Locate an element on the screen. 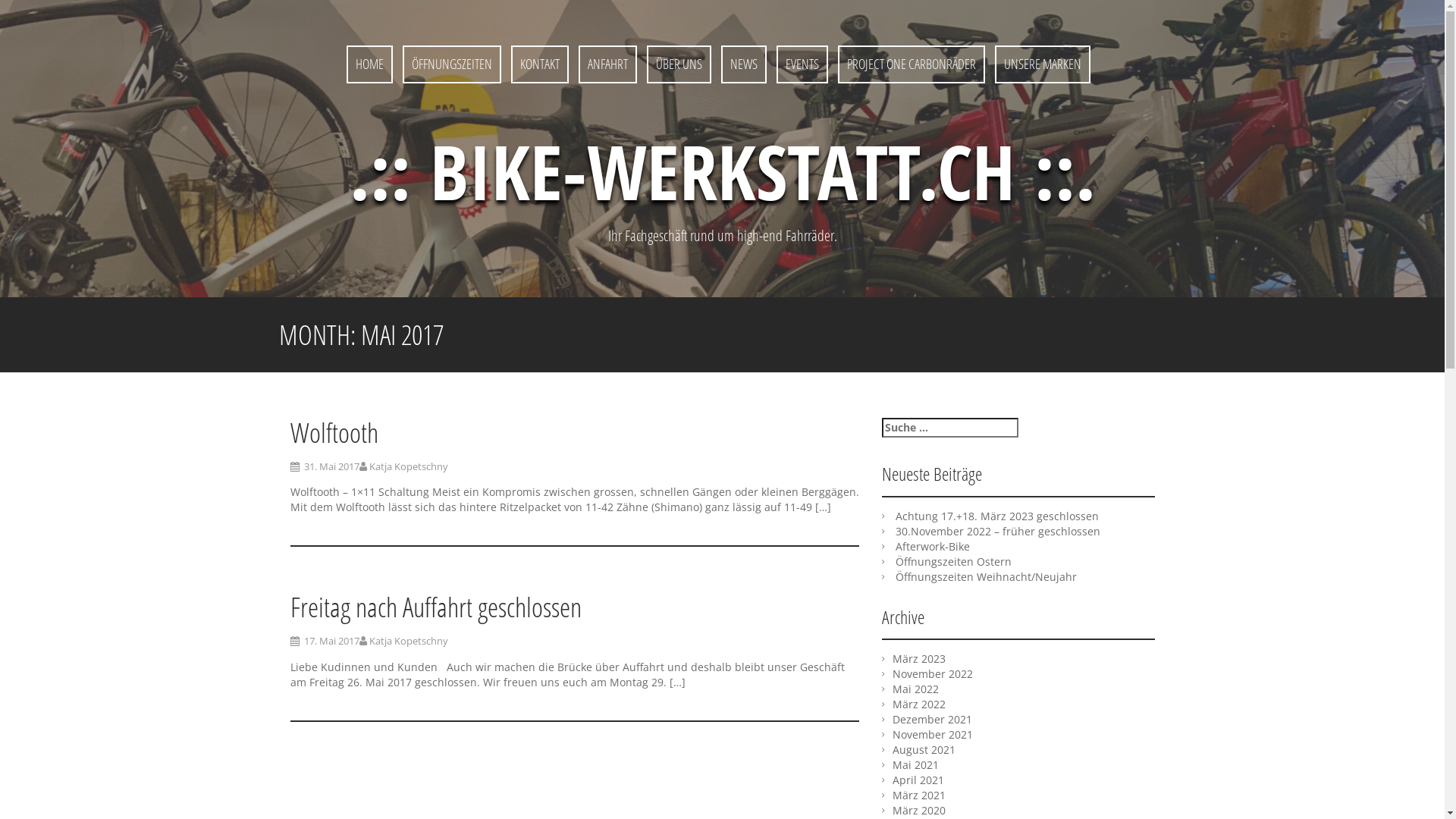 The width and height of the screenshot is (1456, 819). '17. Mai 2017' is located at coordinates (330, 640).